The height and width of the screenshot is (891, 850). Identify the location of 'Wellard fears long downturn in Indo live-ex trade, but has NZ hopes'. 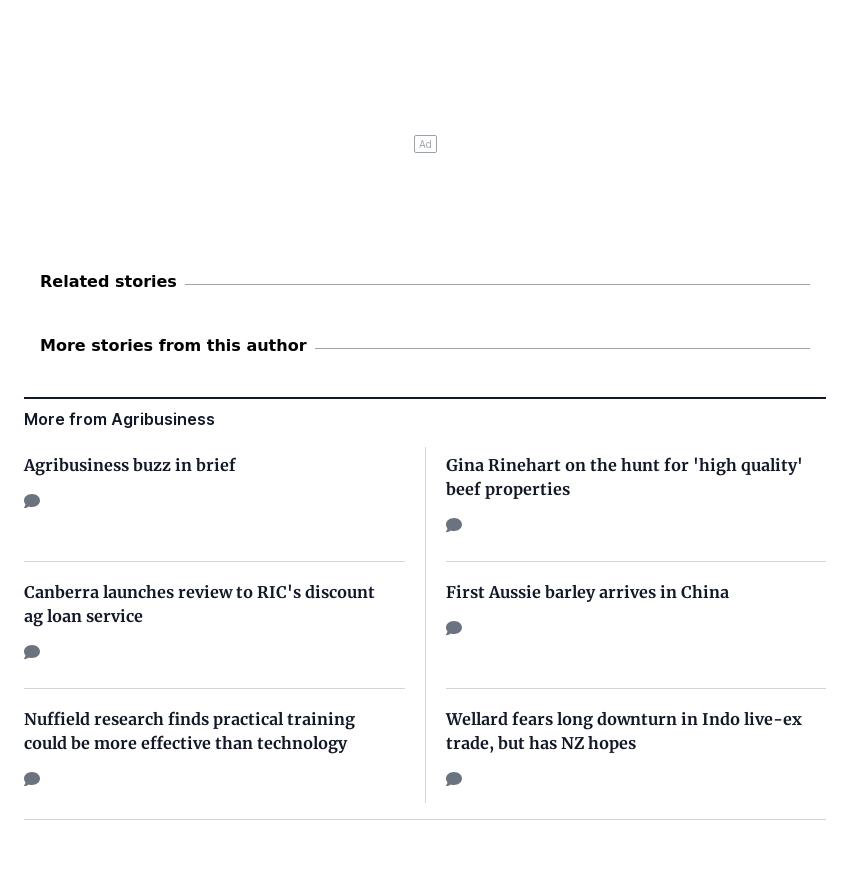
(622, 729).